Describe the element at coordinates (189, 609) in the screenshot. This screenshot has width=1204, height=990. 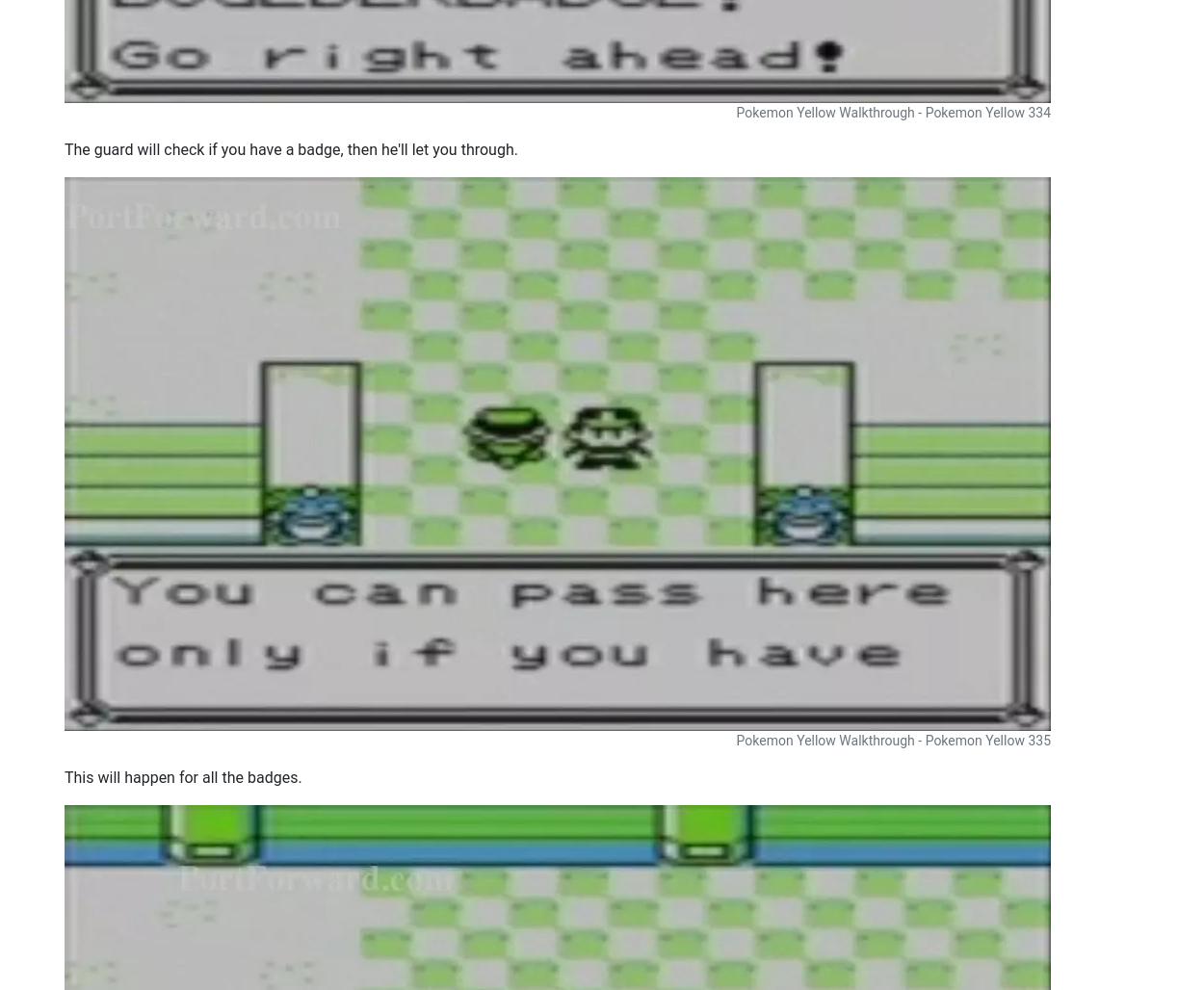
I see `'How To Open Ports in Your Router for Dota 2'` at that location.